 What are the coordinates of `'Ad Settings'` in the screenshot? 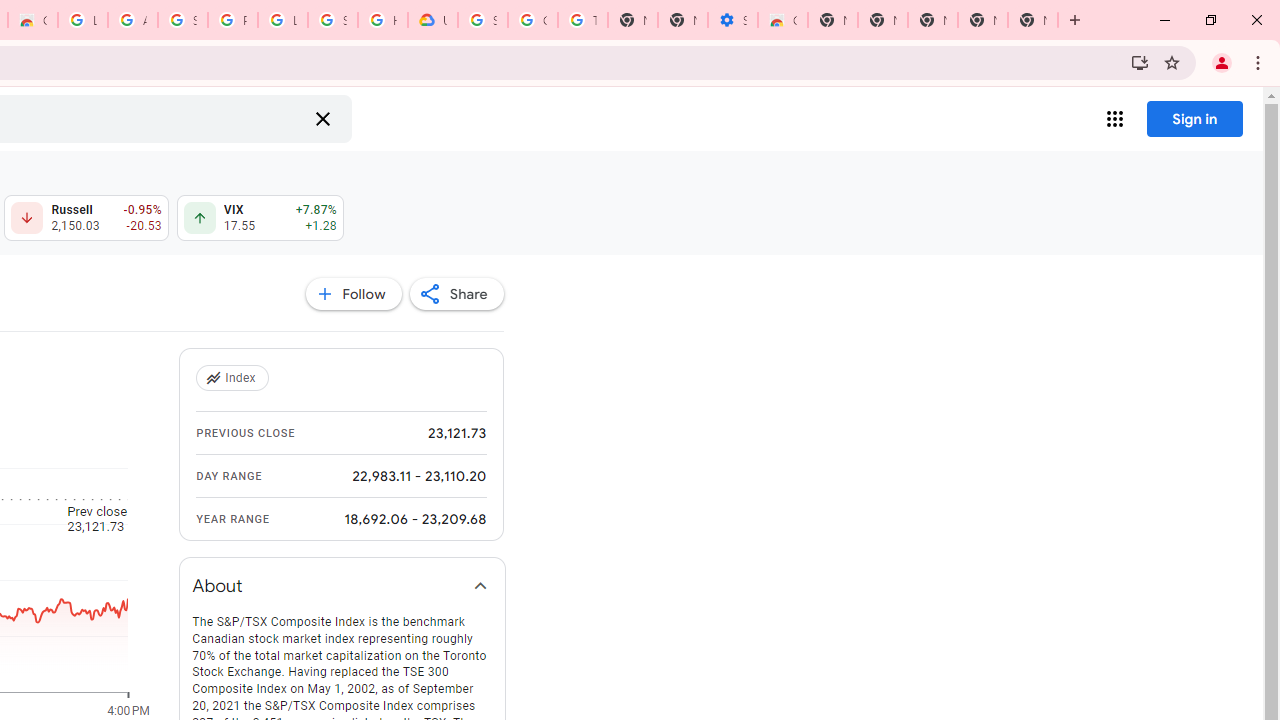 It's located at (131, 20).